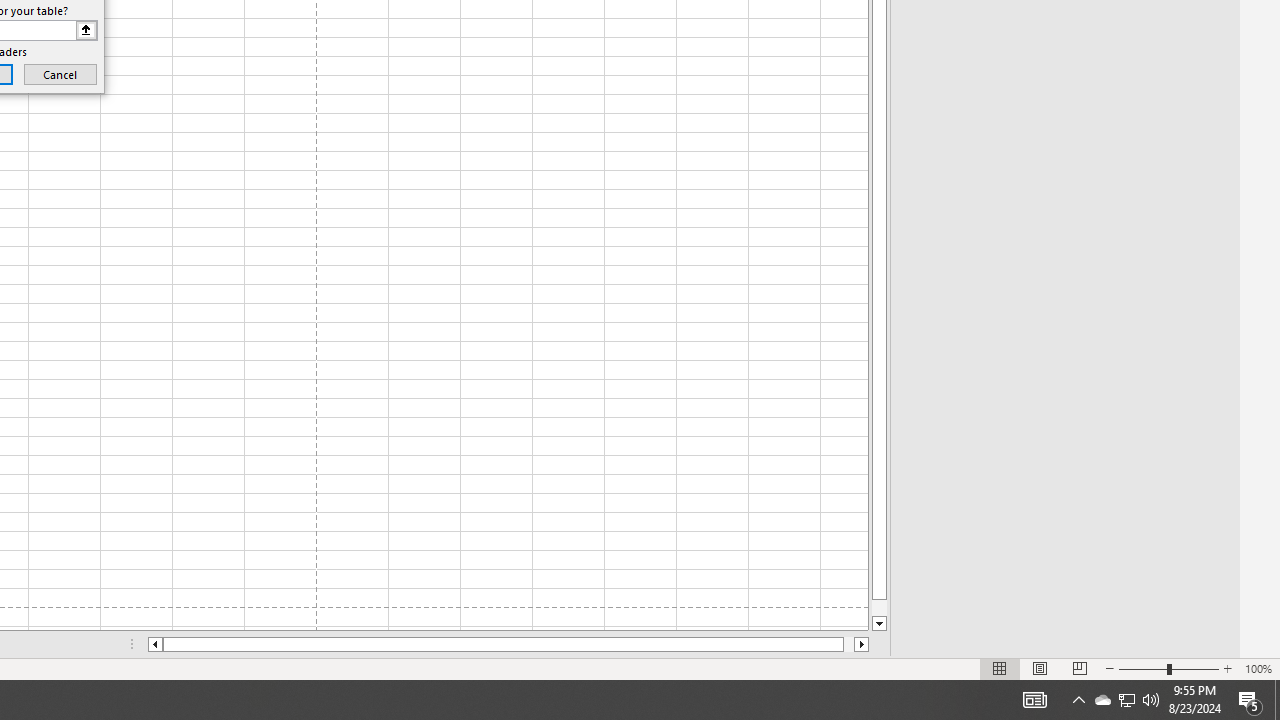  I want to click on 'Page right', so click(848, 644).